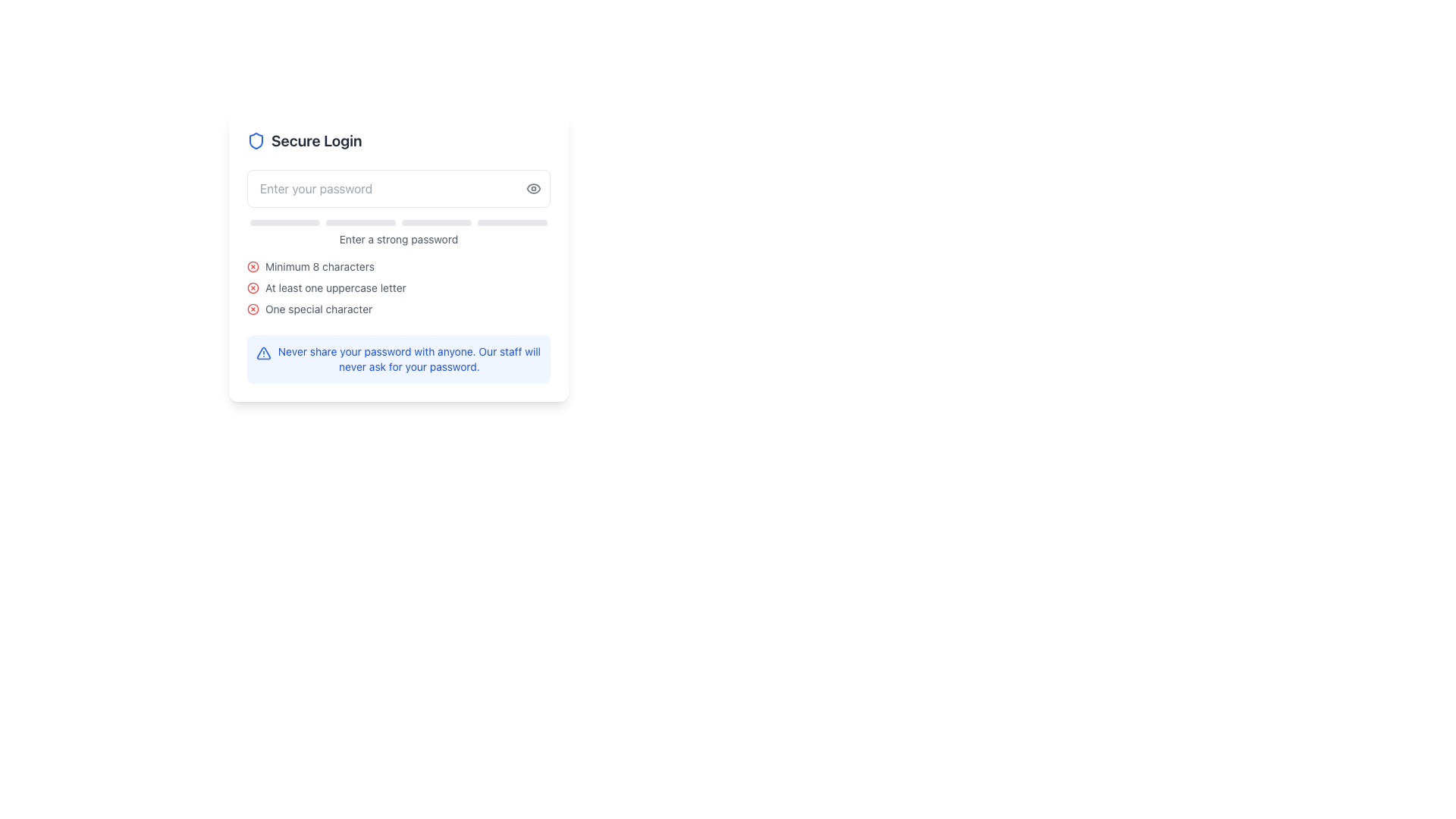  Describe the element at coordinates (263, 353) in the screenshot. I see `the triangular icon with a blue outline and white fill containing an exclamation mark, positioned next to the alert message 'Never share your password with anyone.'` at that location.